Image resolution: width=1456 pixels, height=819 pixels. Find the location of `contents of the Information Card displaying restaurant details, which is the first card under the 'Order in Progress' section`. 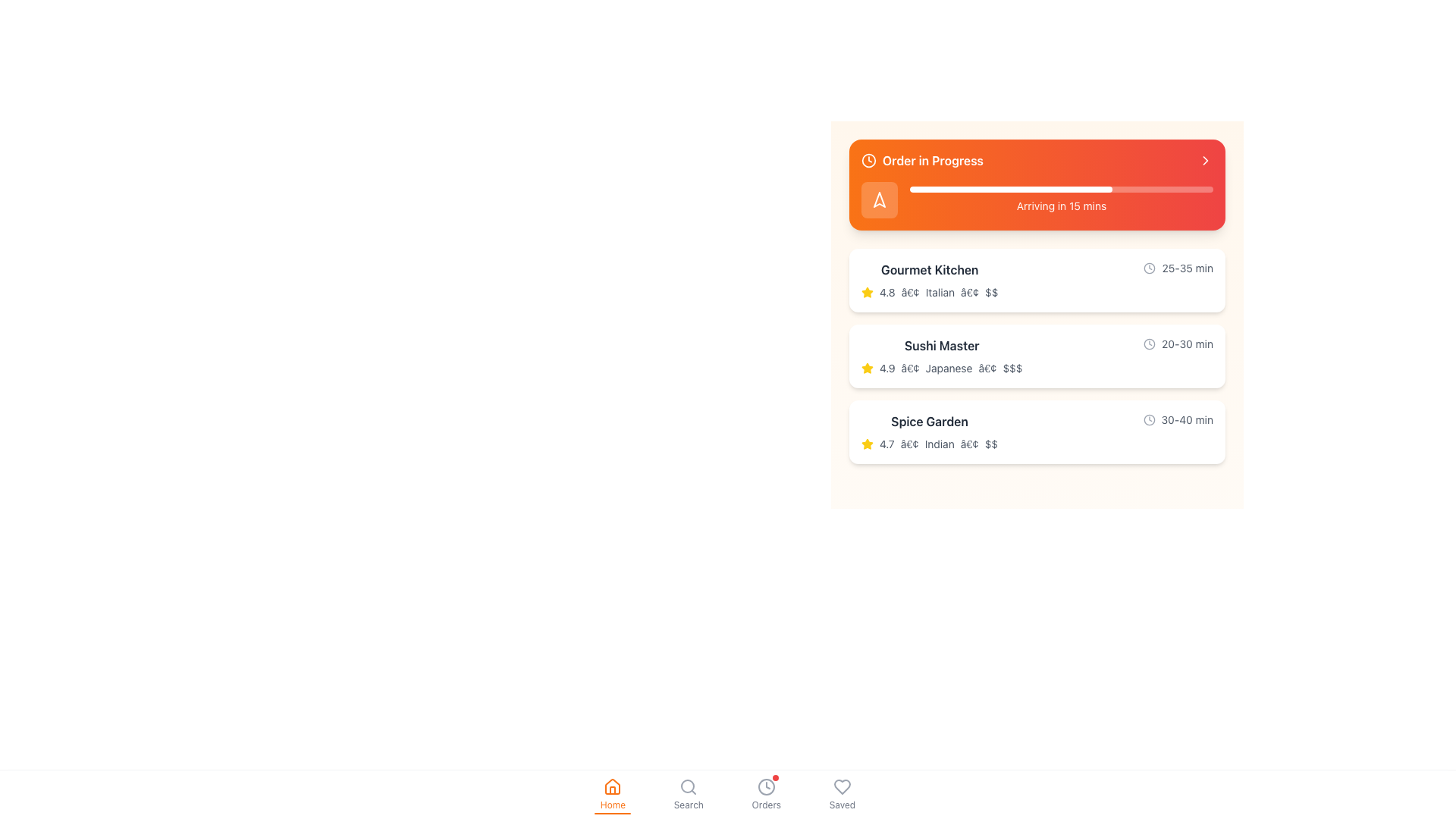

contents of the Information Card displaying restaurant details, which is the first card under the 'Order in Progress' section is located at coordinates (1037, 281).